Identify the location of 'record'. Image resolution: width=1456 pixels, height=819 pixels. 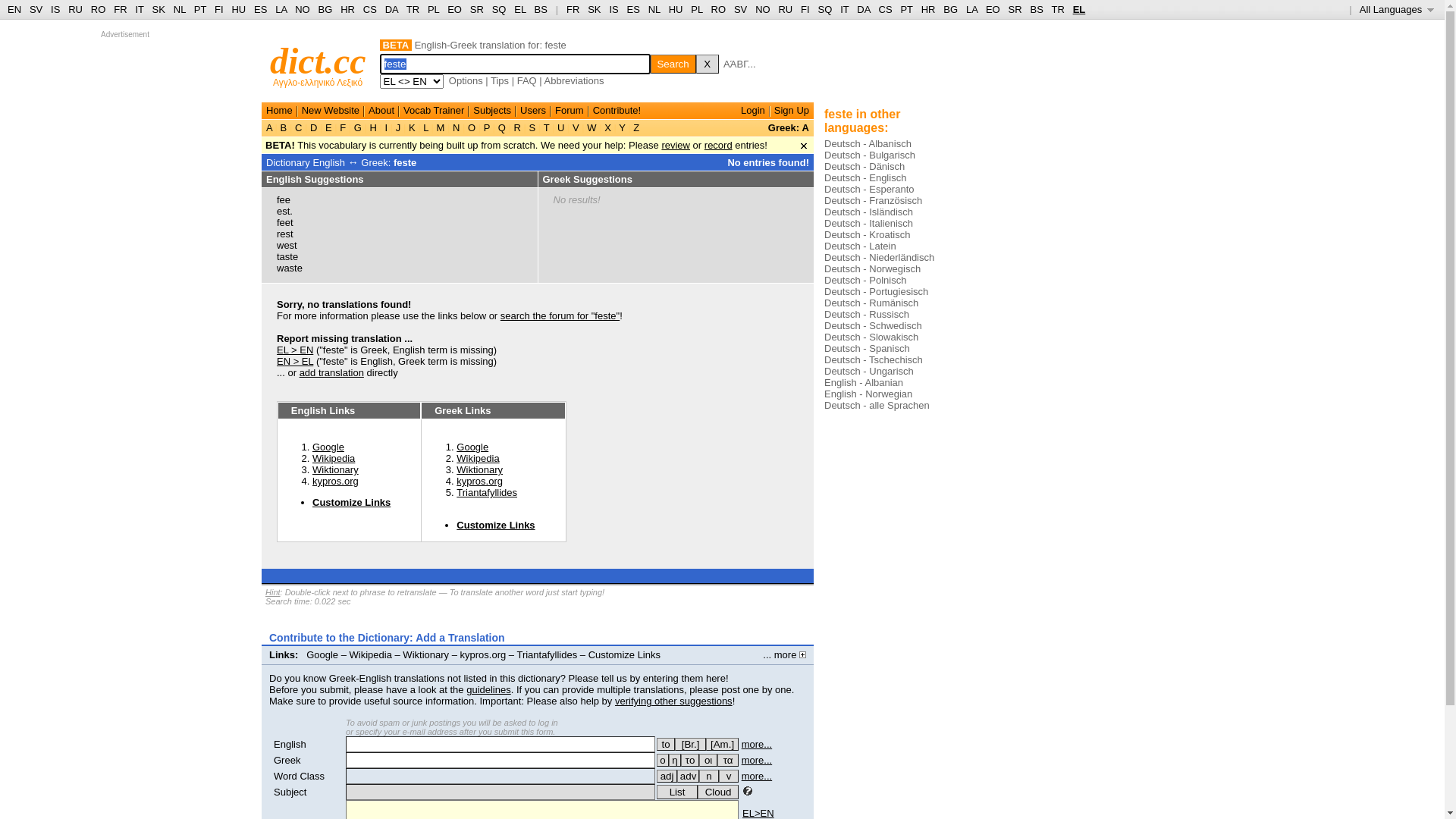
(717, 145).